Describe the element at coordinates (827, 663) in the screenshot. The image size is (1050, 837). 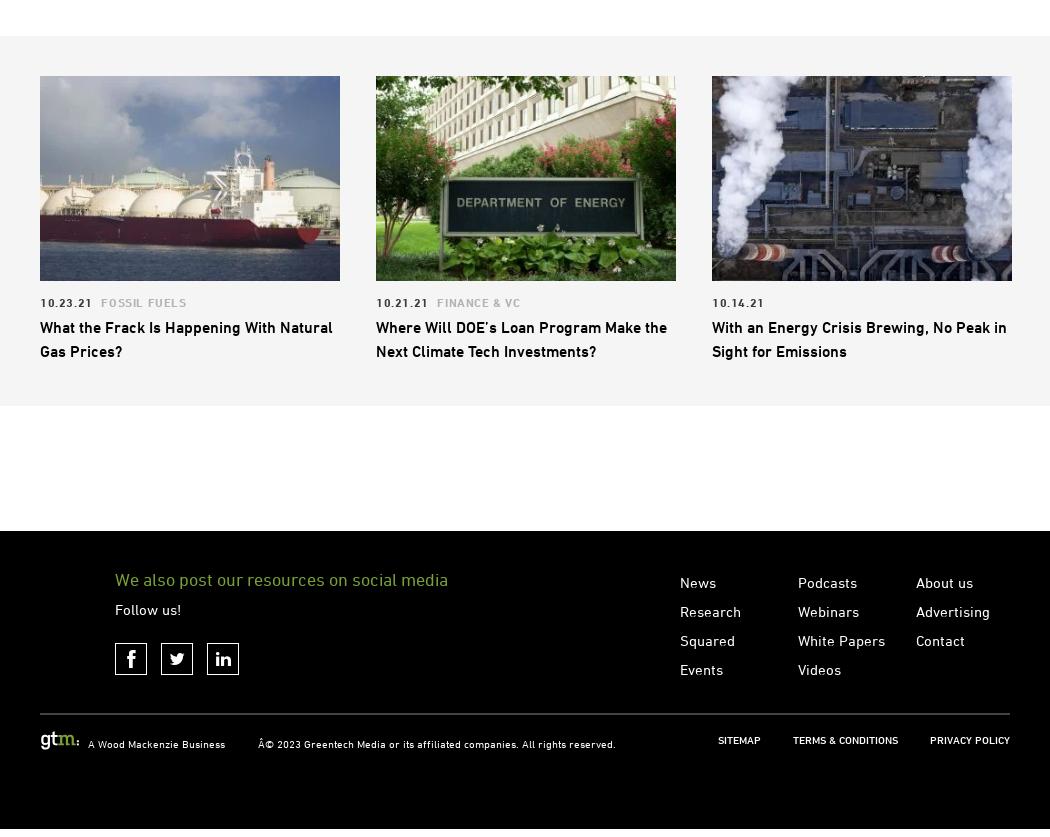
I see `'Podcasts'` at that location.